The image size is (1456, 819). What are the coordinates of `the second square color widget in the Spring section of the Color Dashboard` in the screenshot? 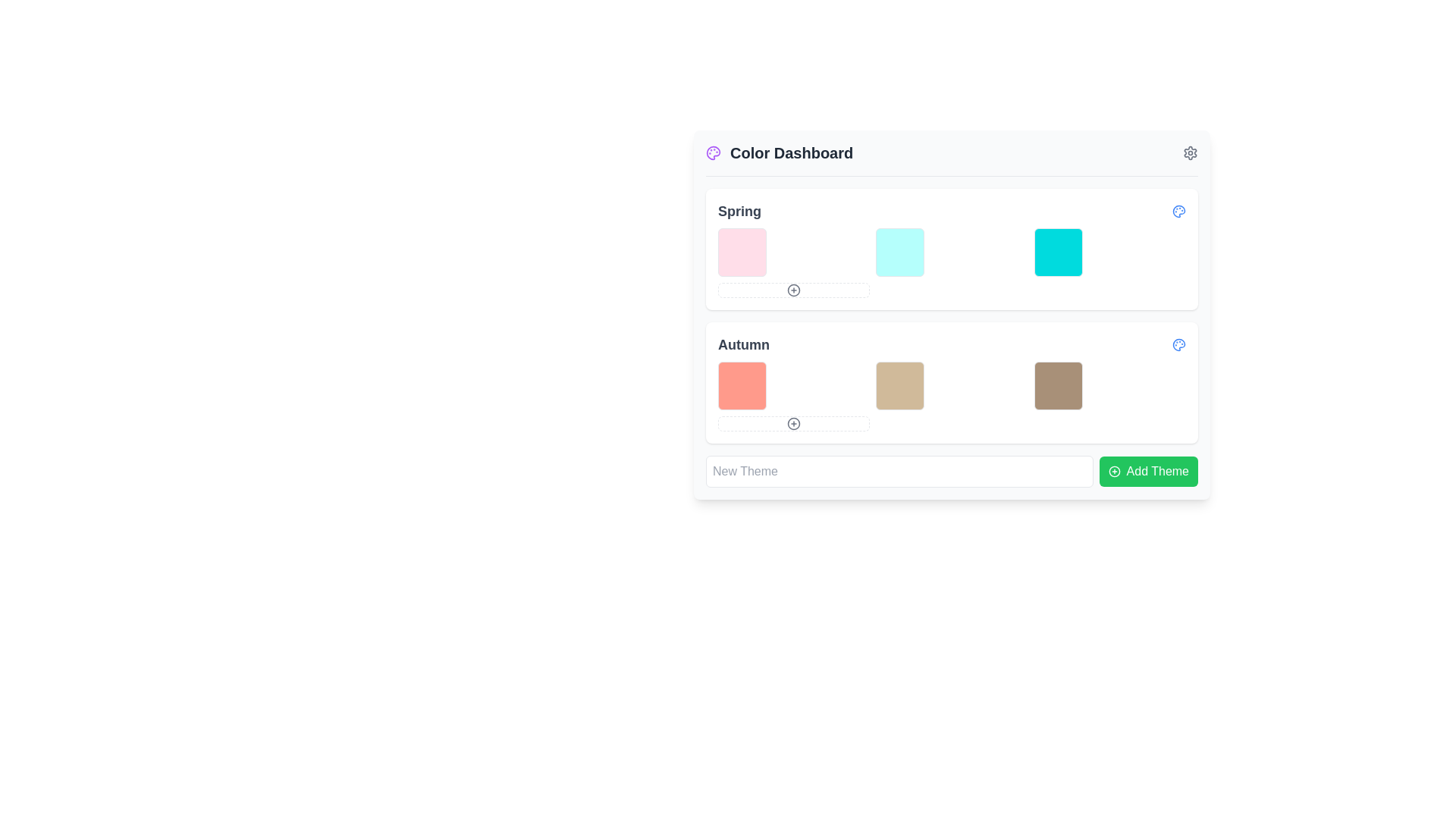 It's located at (900, 251).